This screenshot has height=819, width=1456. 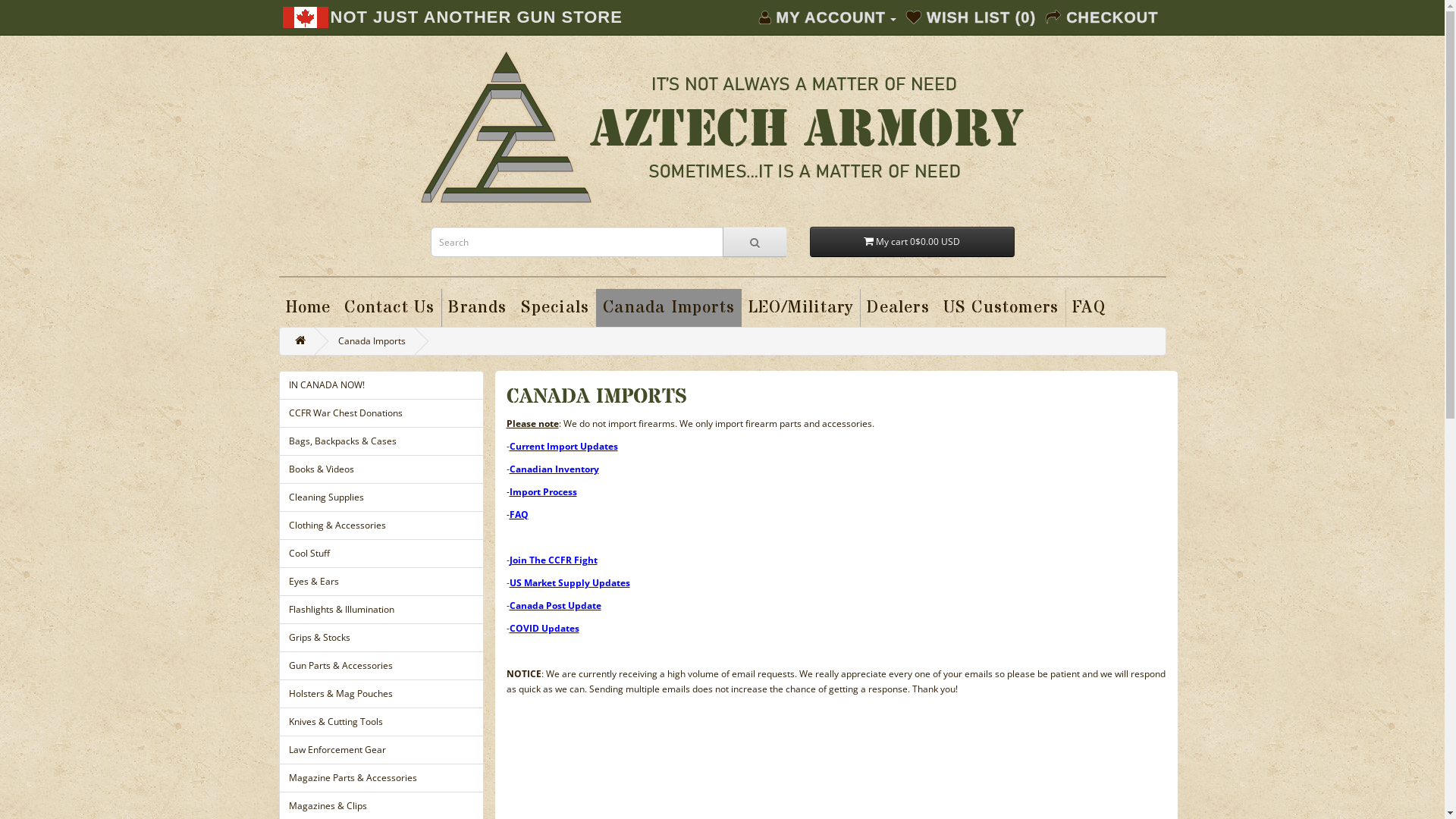 What do you see at coordinates (381, 721) in the screenshot?
I see `'Knives & Cutting Tools'` at bounding box center [381, 721].